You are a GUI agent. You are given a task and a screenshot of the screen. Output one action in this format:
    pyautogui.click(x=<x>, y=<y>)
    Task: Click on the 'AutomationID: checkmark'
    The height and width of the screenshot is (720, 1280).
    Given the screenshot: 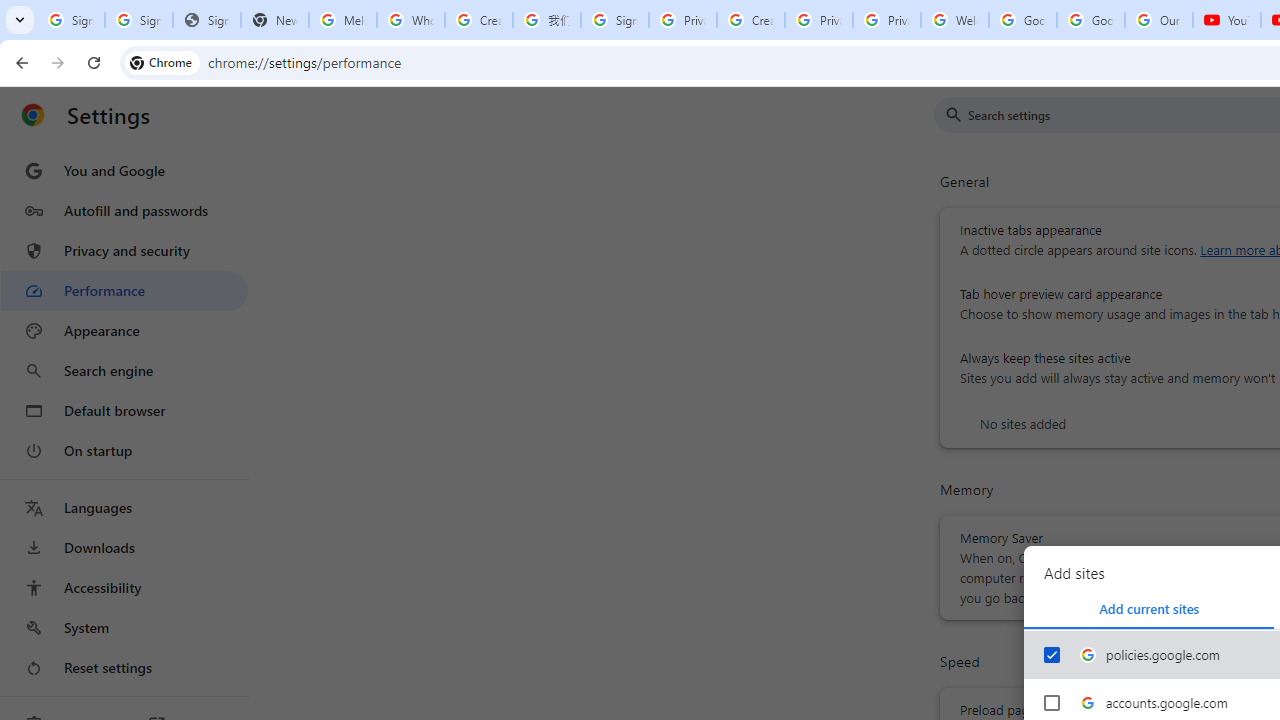 What is the action you would take?
    pyautogui.click(x=1051, y=654)
    